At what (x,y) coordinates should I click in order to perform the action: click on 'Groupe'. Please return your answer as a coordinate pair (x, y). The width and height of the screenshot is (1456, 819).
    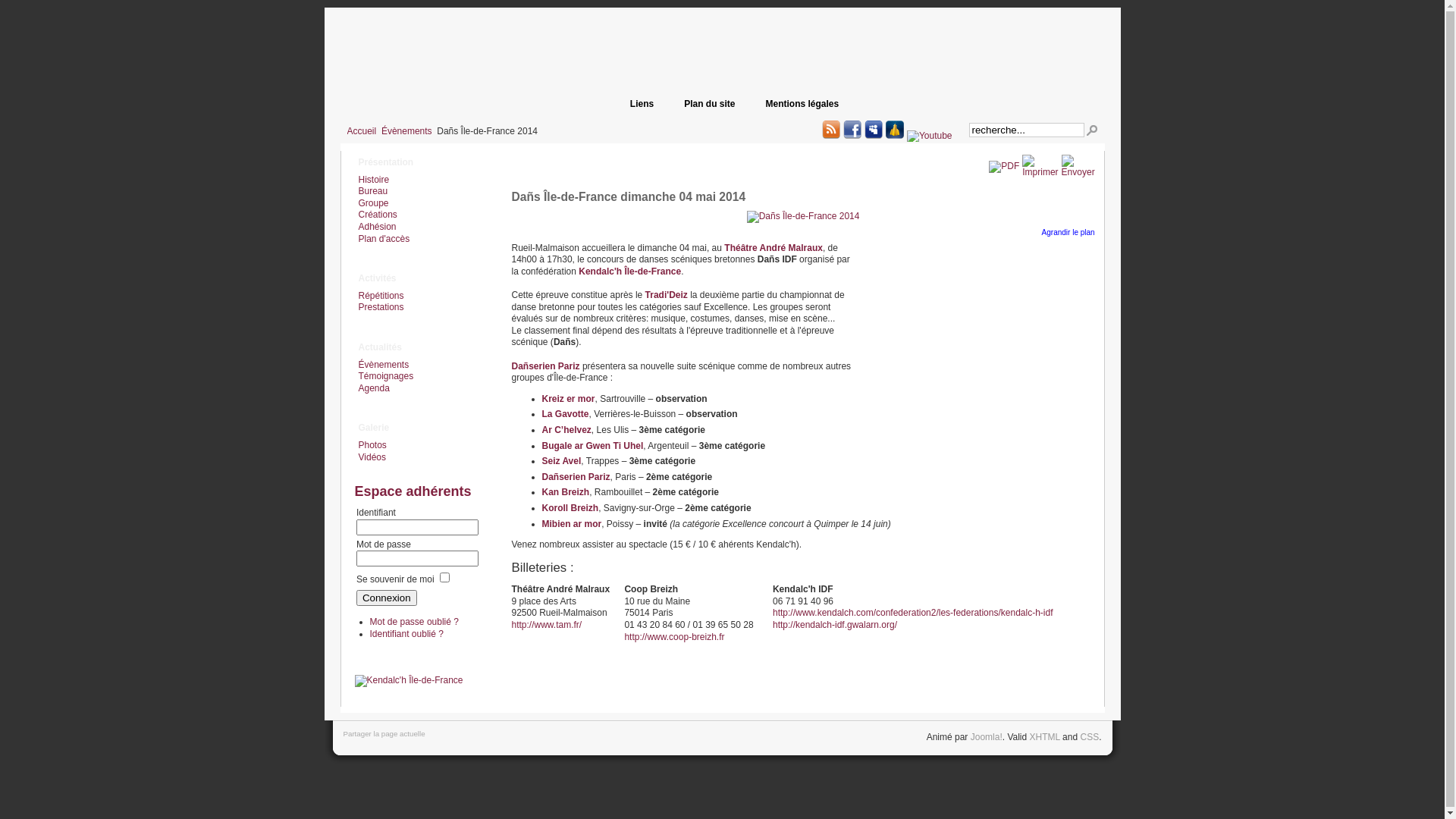
    Looking at the image, I should click on (372, 202).